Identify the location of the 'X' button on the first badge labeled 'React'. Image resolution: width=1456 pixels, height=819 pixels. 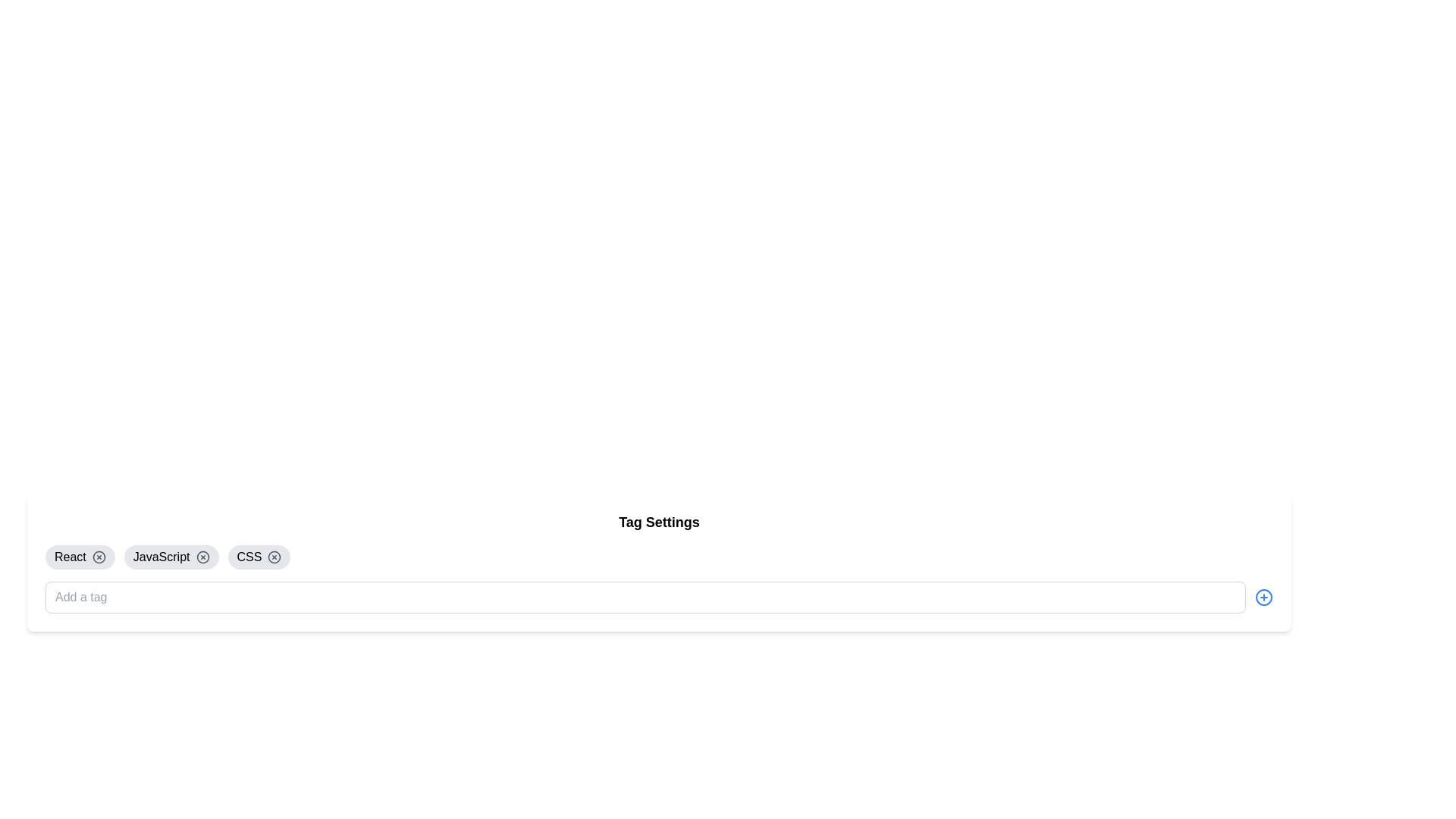
(79, 557).